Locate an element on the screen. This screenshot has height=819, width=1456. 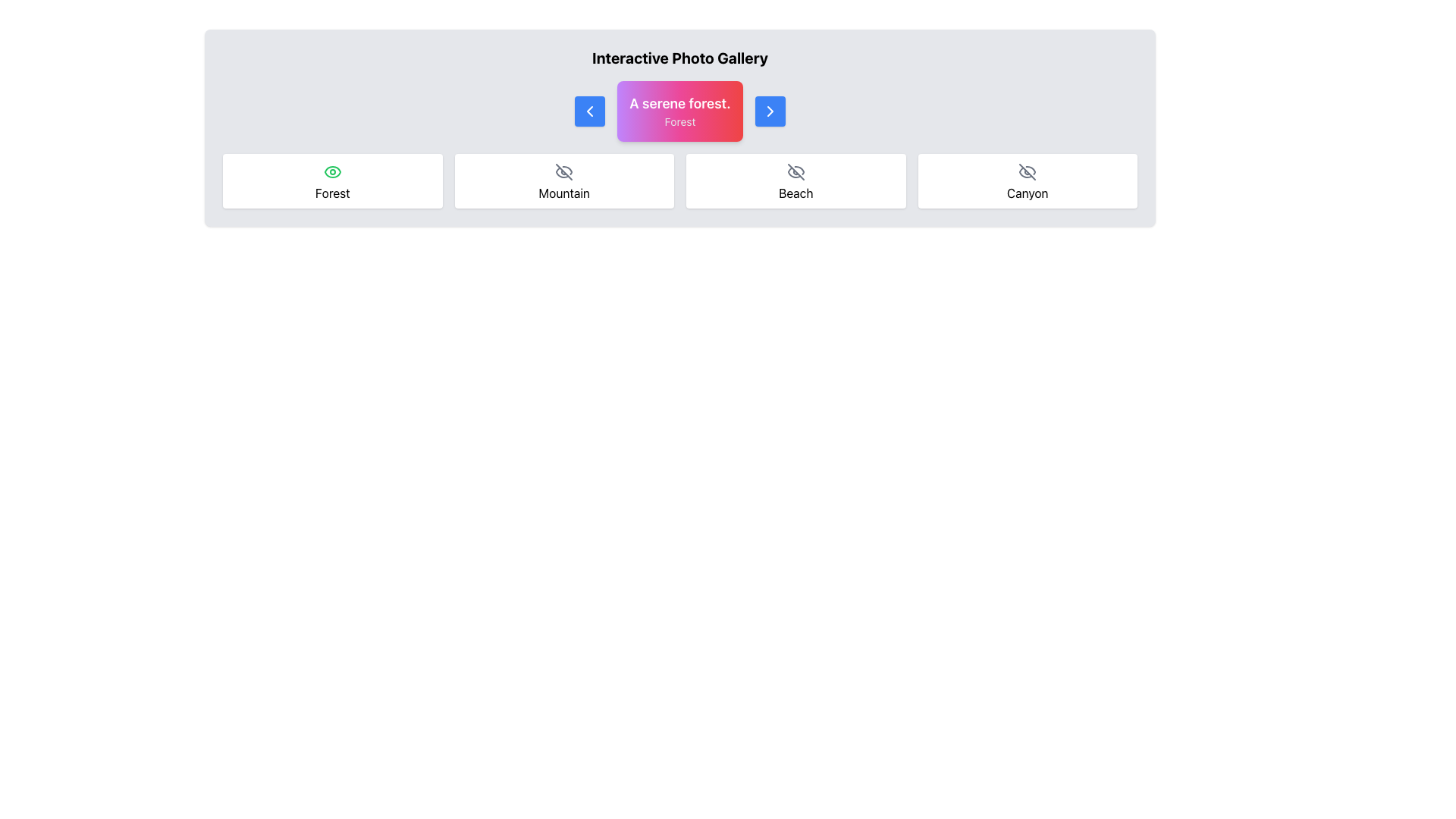
the eye with a strikethrough icon representing 'hidden' or 'invisible' content labeled 'Mountain' by clicking on it is located at coordinates (562, 171).